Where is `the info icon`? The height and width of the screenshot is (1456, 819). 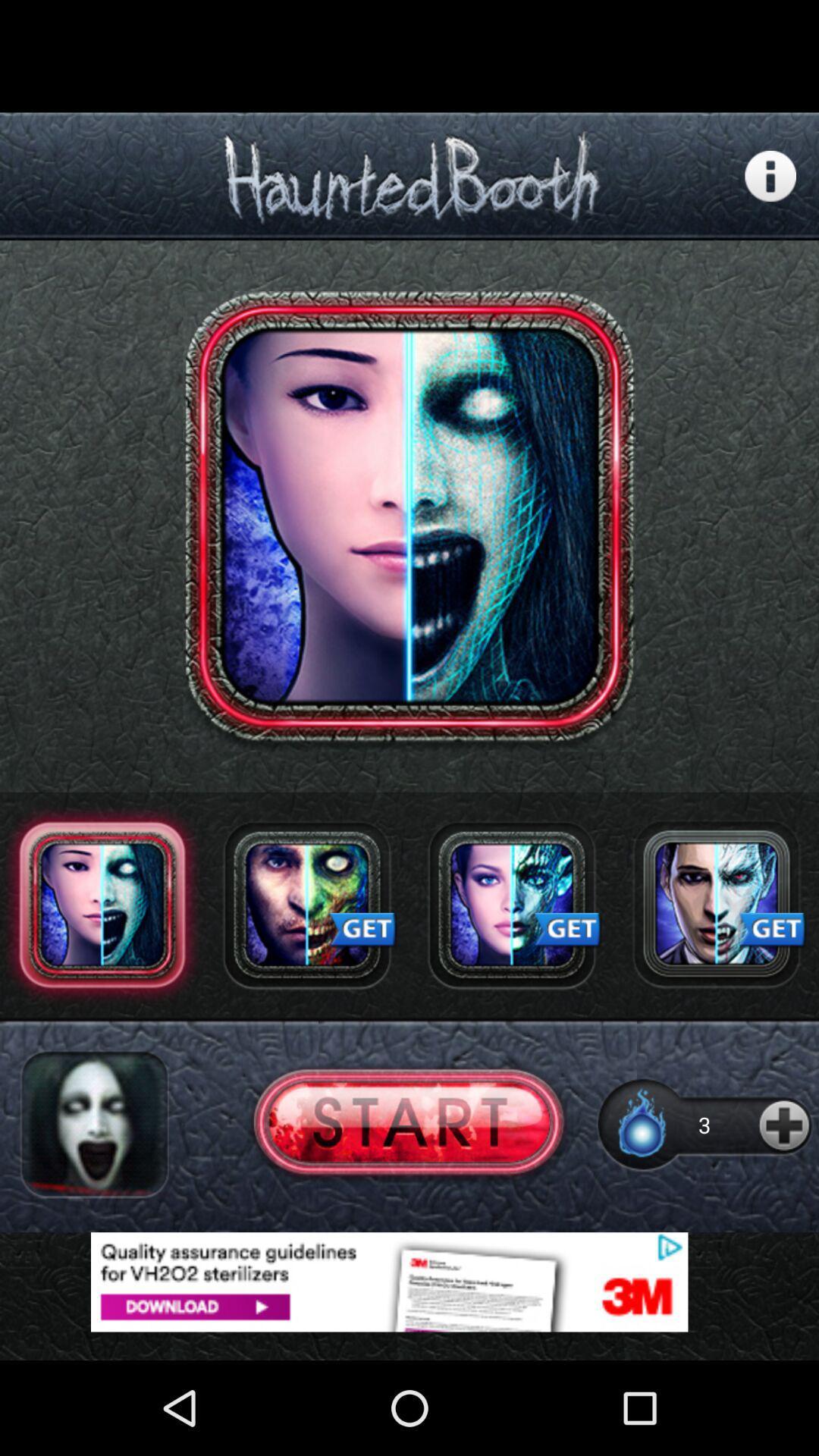
the info icon is located at coordinates (770, 187).